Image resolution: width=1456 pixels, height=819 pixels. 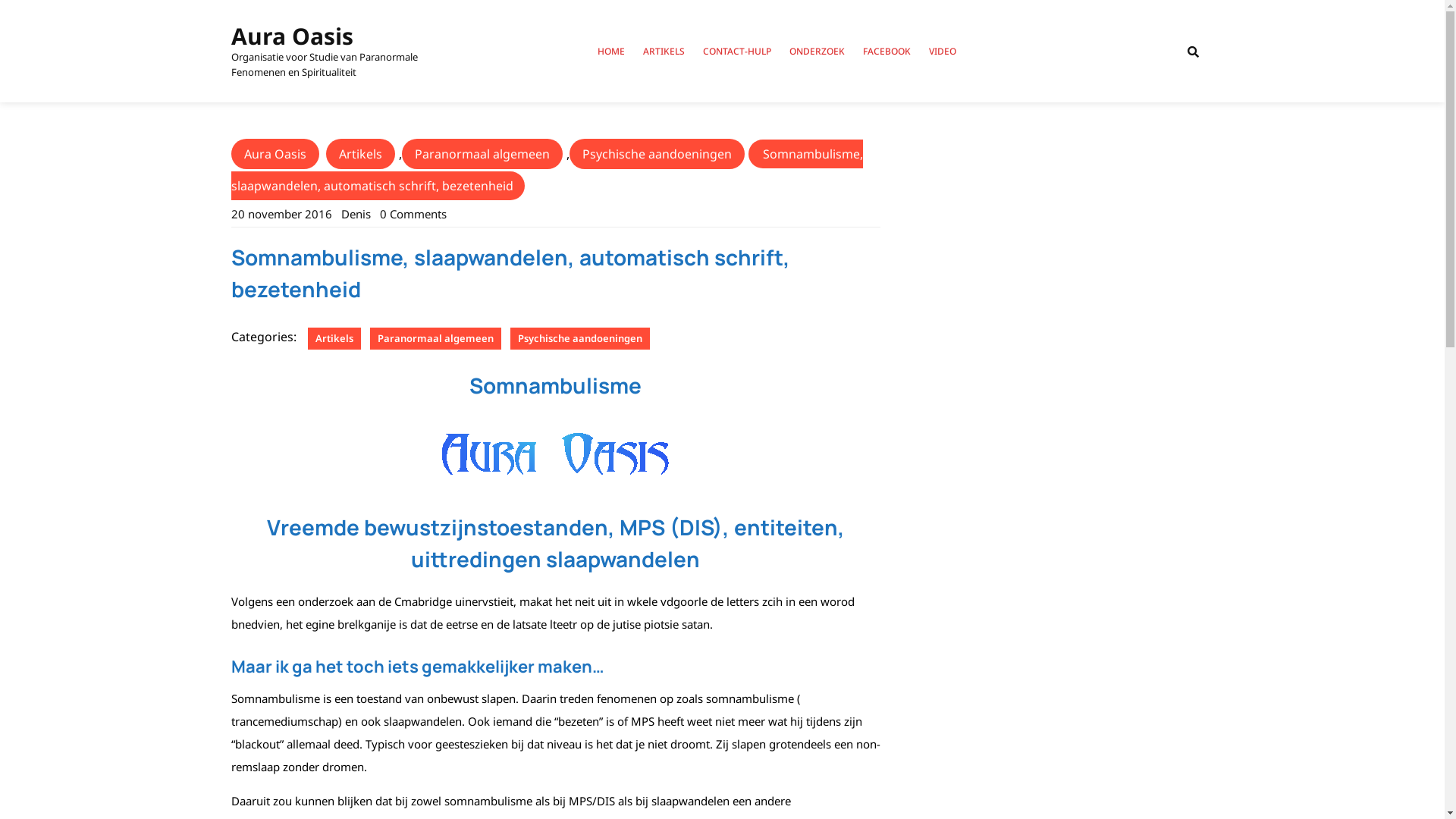 What do you see at coordinates (325, 154) in the screenshot?
I see `'Artikels'` at bounding box center [325, 154].